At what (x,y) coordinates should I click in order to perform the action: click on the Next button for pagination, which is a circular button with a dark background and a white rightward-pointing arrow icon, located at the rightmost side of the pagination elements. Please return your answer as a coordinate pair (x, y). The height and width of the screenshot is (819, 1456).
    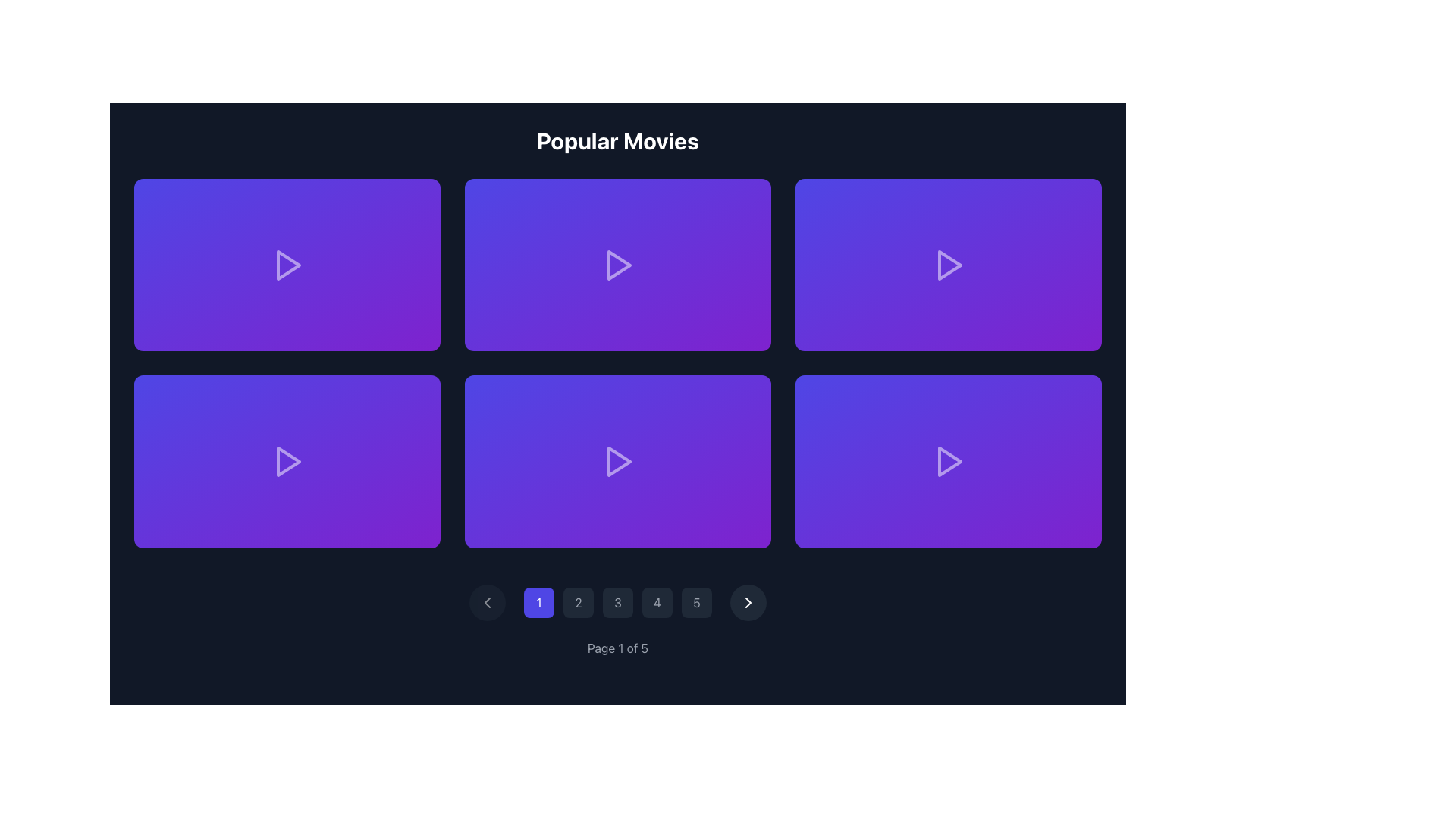
    Looking at the image, I should click on (748, 601).